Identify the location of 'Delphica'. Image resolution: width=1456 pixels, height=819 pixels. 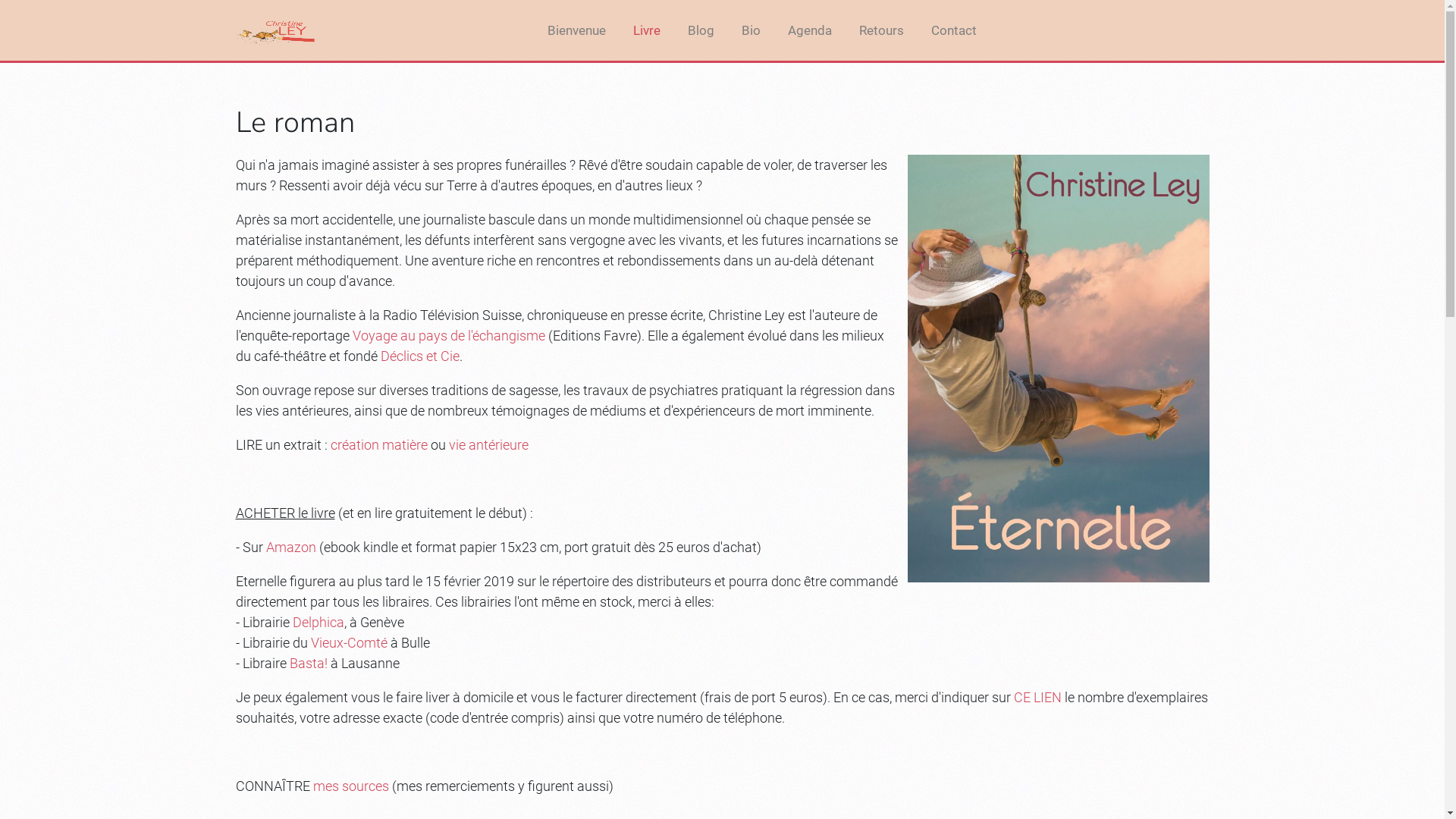
(292, 622).